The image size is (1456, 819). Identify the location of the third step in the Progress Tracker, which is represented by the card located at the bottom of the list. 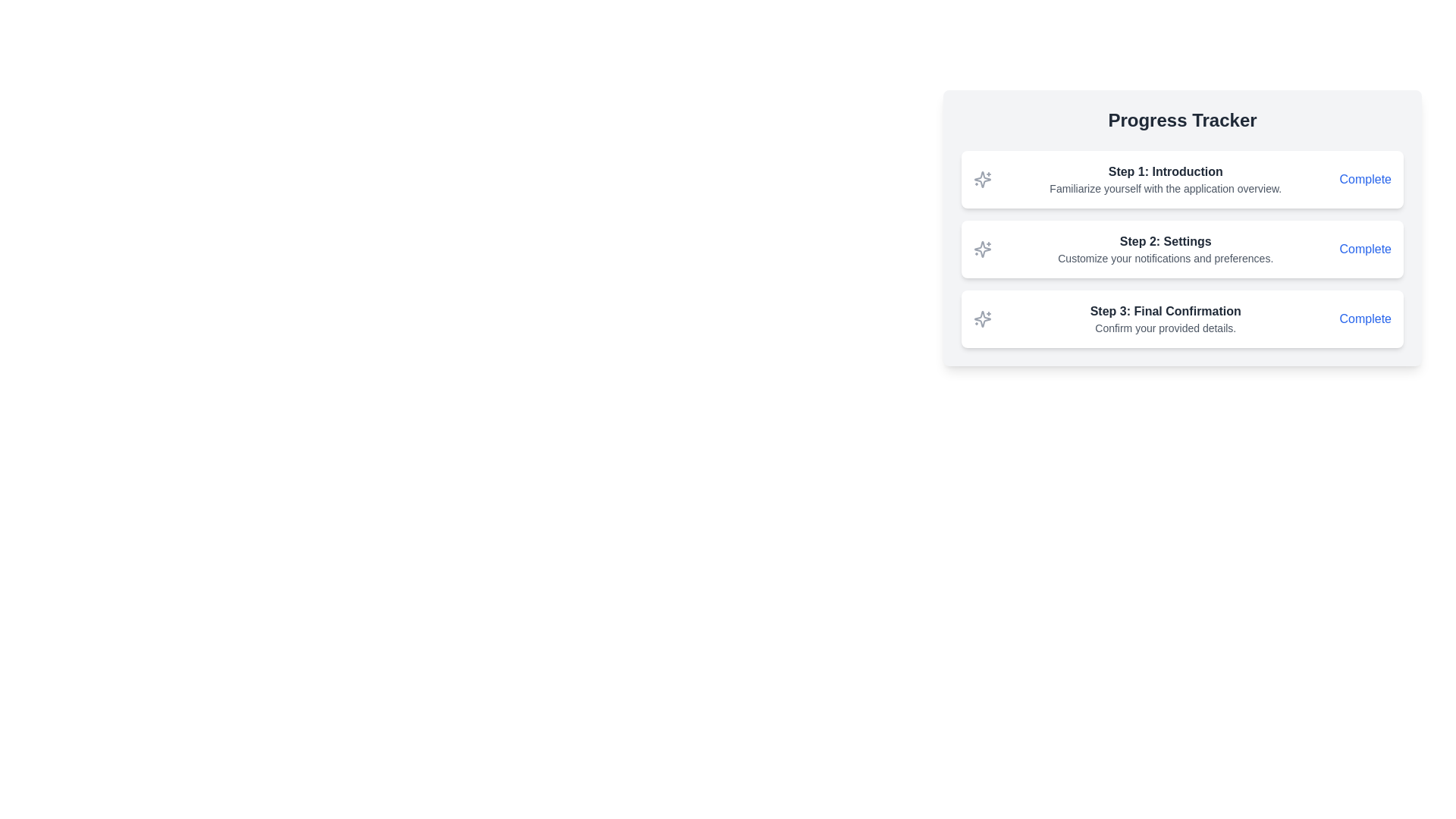
(1181, 318).